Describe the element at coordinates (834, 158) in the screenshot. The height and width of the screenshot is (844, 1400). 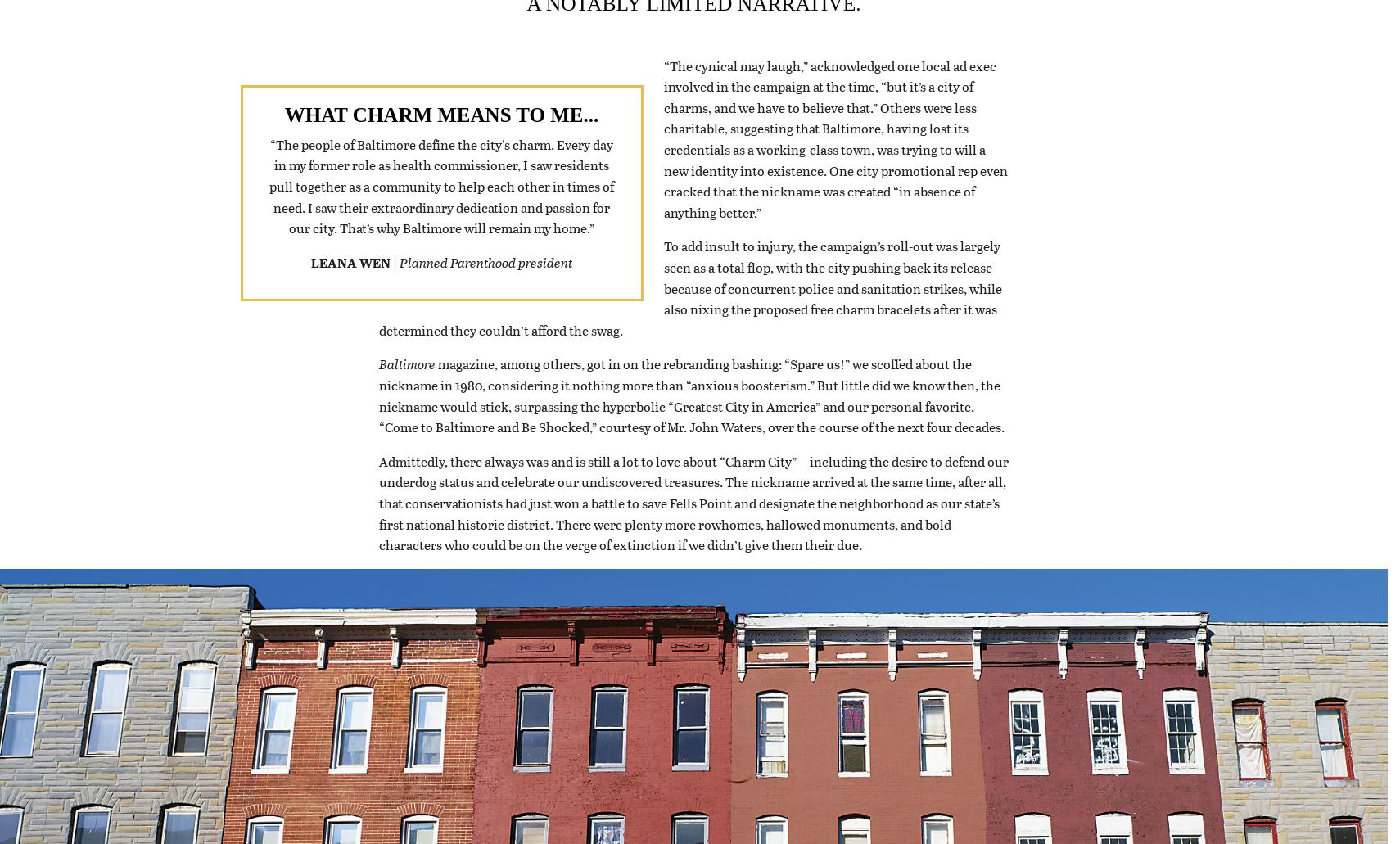
I see `'“The cynical may laugh,” acknowledged one local ad exec involved in the campaign at the time, “but it’s a city of charms, and we have to believe that.” Others were less charitable, suggesting that Baltimore, having lost its credentials as a working-class town, was trying to will a new identity into existence. One city promotional rep even cracked that the nickname was created “in absence of anything better.”'` at that location.